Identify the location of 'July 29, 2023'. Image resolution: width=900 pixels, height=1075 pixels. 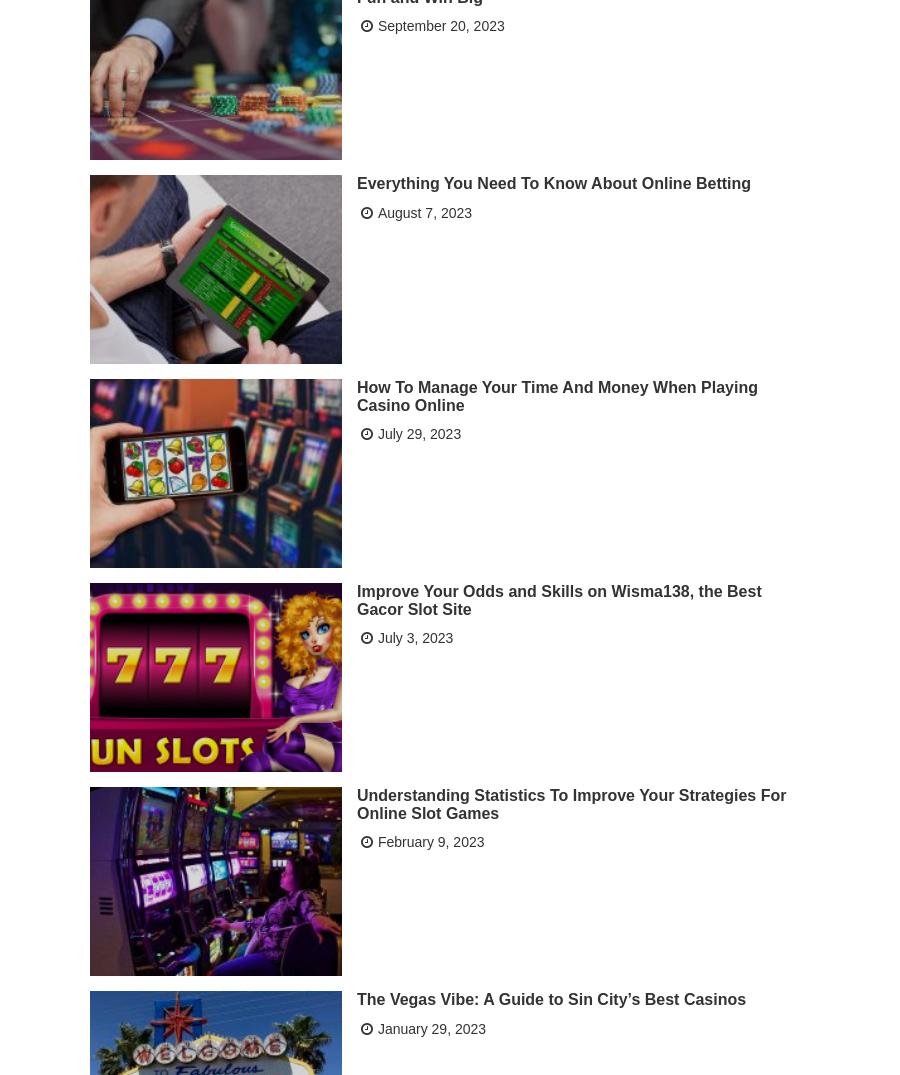
(419, 432).